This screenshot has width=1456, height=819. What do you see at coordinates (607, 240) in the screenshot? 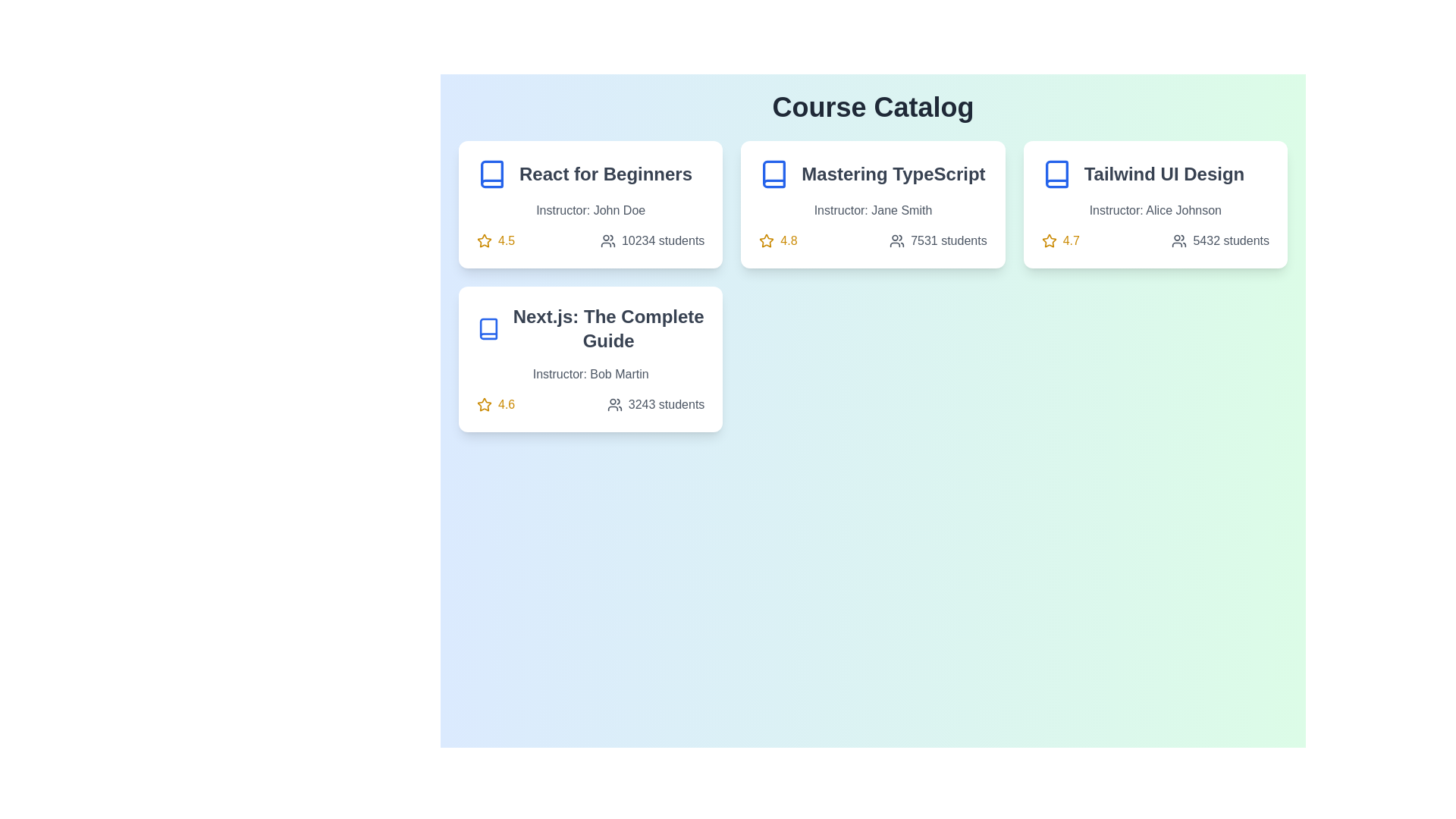
I see `the student enrollment icon located at the bottom left corner of the 'React for Beginners' course card, which visually represents the number of students enrolled` at bounding box center [607, 240].